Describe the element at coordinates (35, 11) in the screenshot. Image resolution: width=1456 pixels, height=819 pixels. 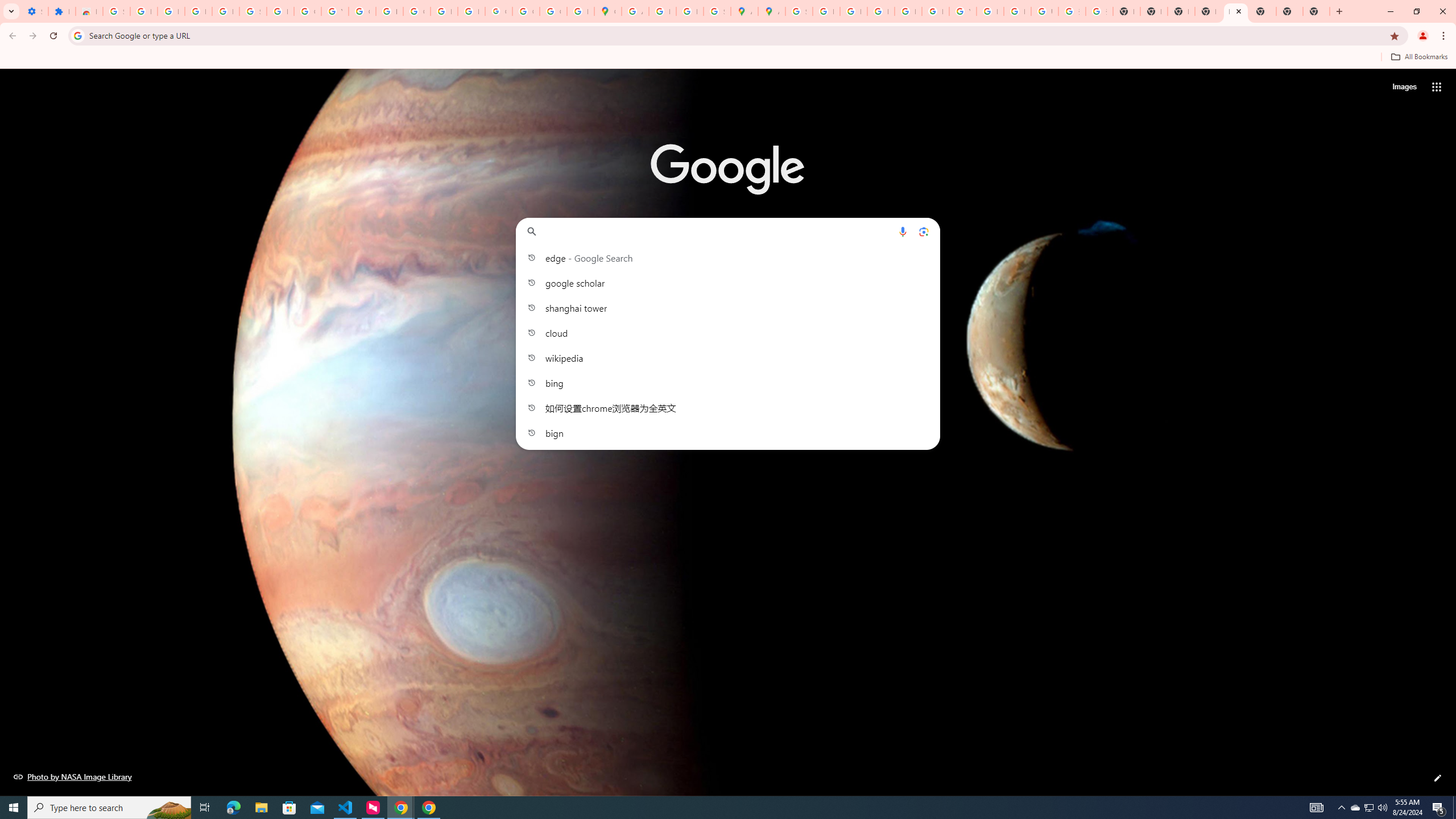
I see `'Settings - On startup'` at that location.